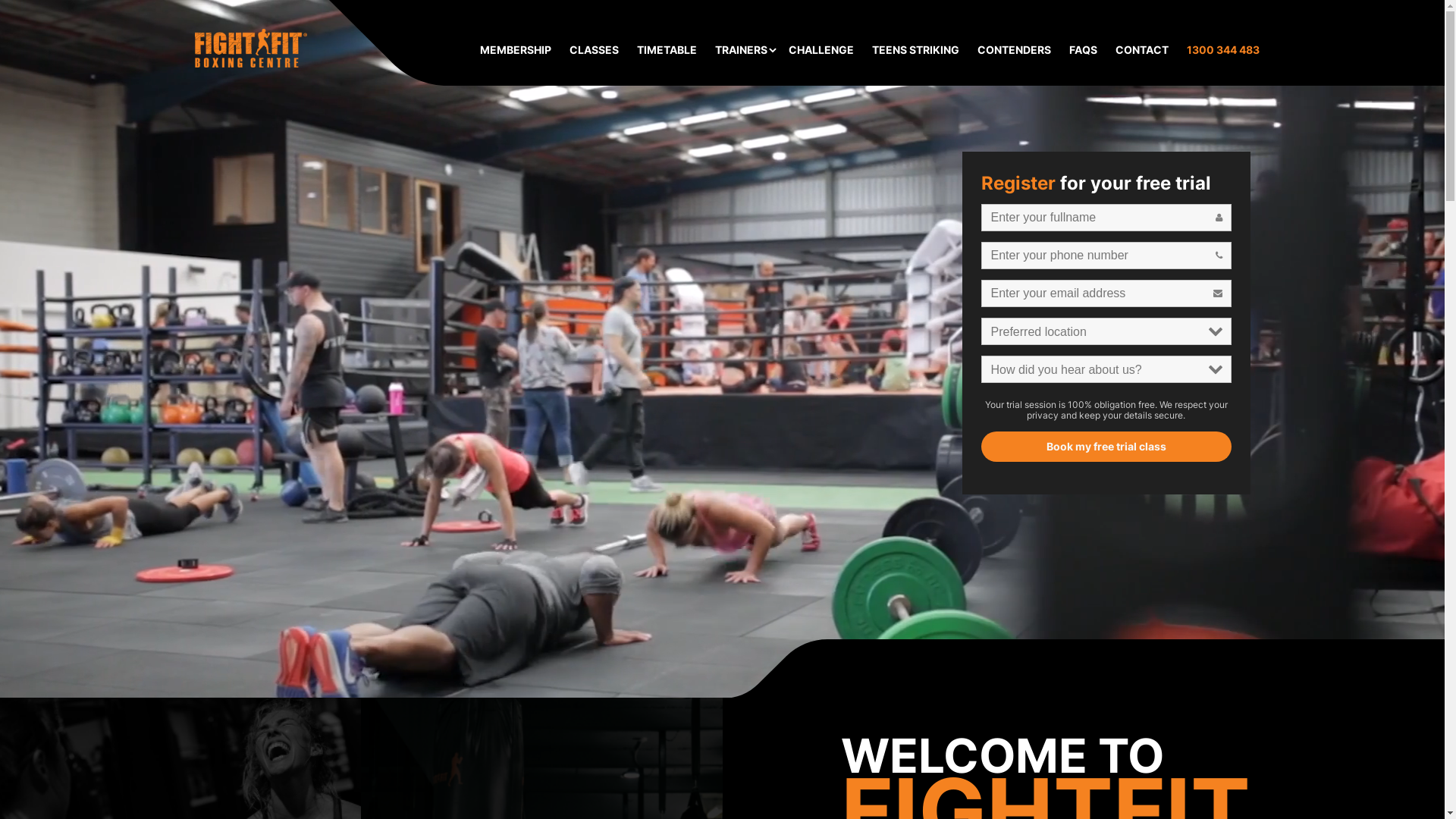 Image resolution: width=1456 pixels, height=819 pixels. What do you see at coordinates (479, 49) in the screenshot?
I see `'MEMBERSHIP'` at bounding box center [479, 49].